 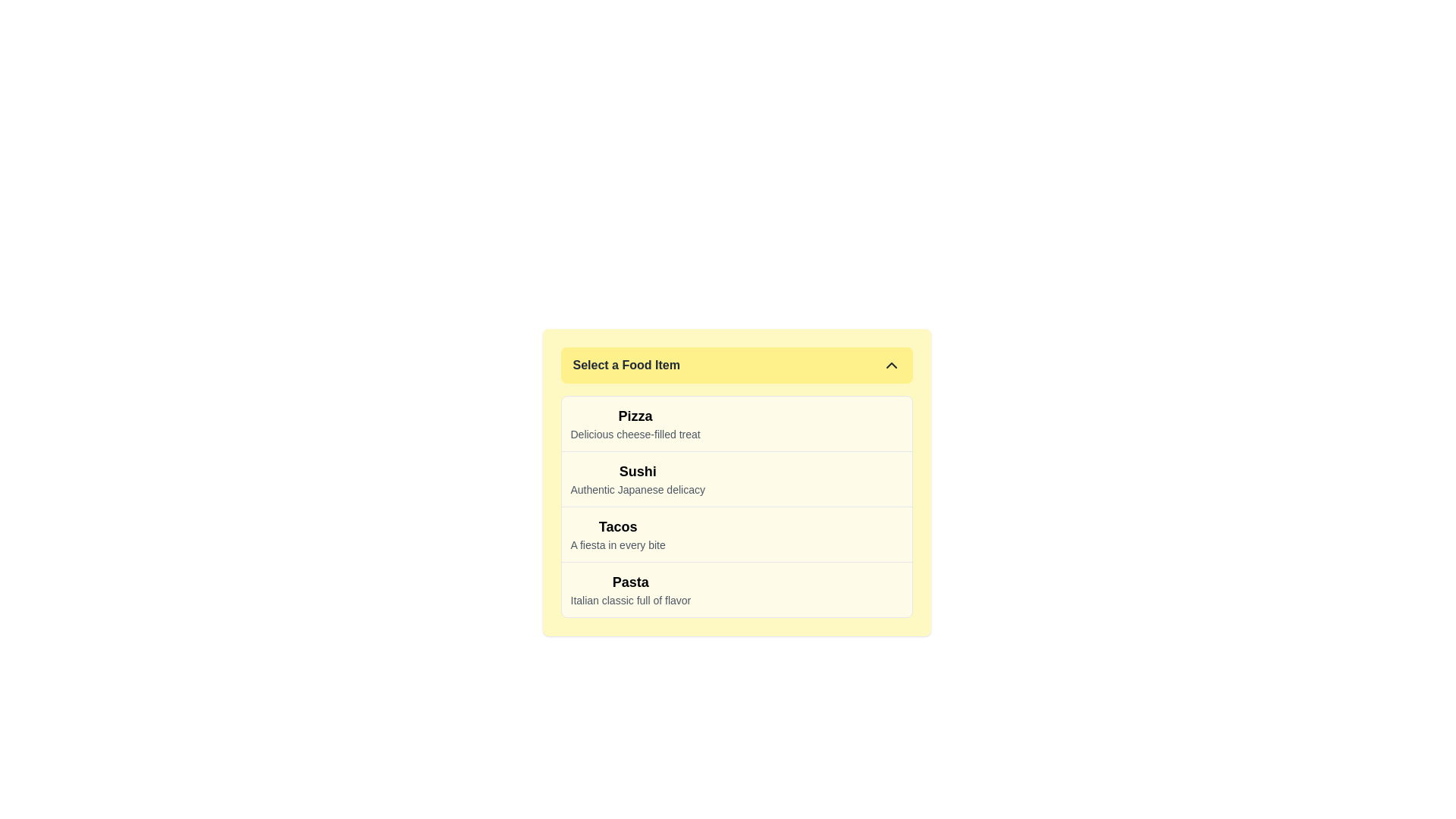 I want to click on text of the 'Pizza' label in the dropdown list 'Select a Food Item', which is positioned above 'Delicious cheese-filled treat', so click(x=635, y=416).